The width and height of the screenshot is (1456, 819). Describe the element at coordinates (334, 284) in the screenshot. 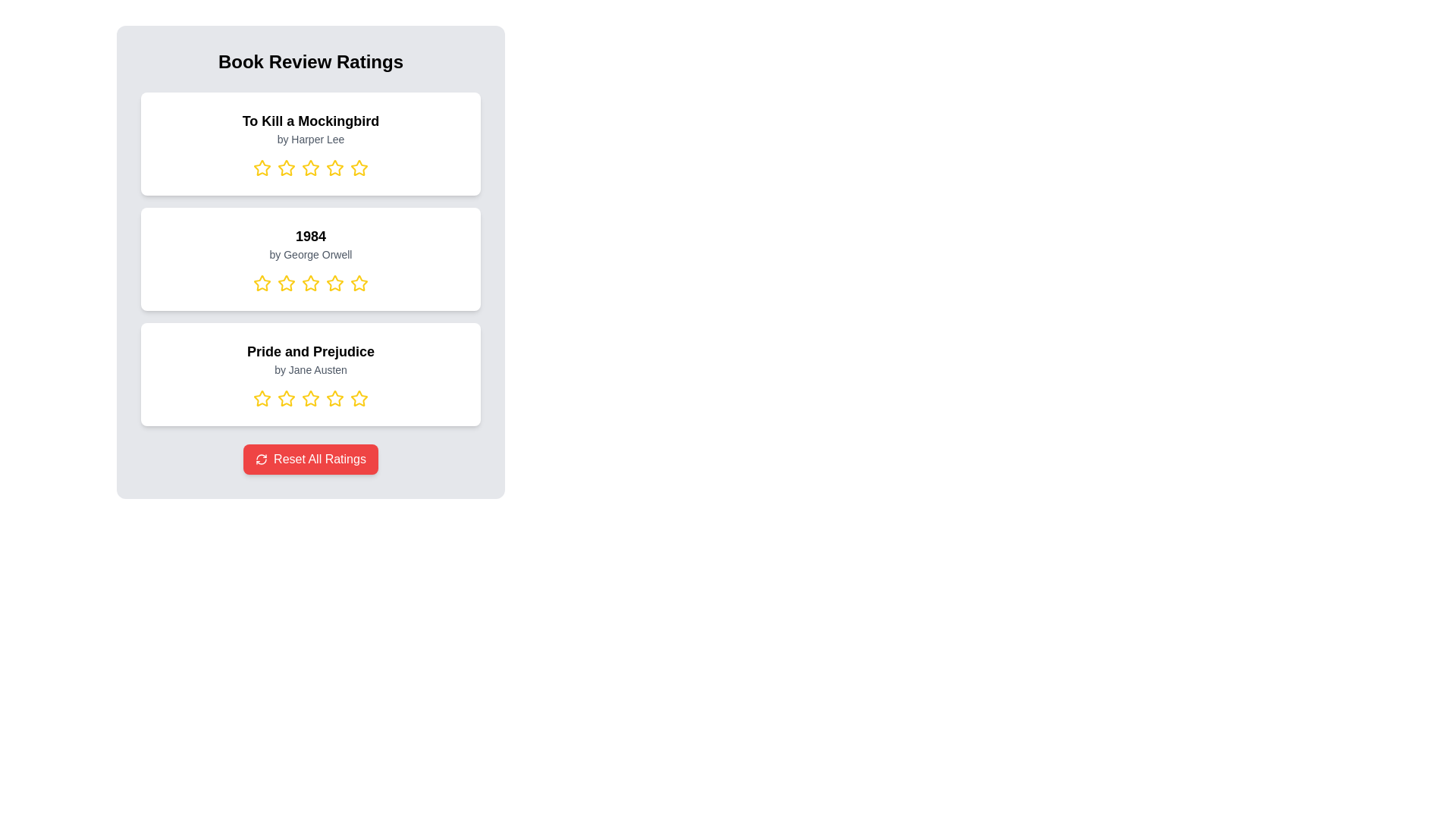

I see `the rating for a book by selecting 4 stars for the book titled 1984` at that location.